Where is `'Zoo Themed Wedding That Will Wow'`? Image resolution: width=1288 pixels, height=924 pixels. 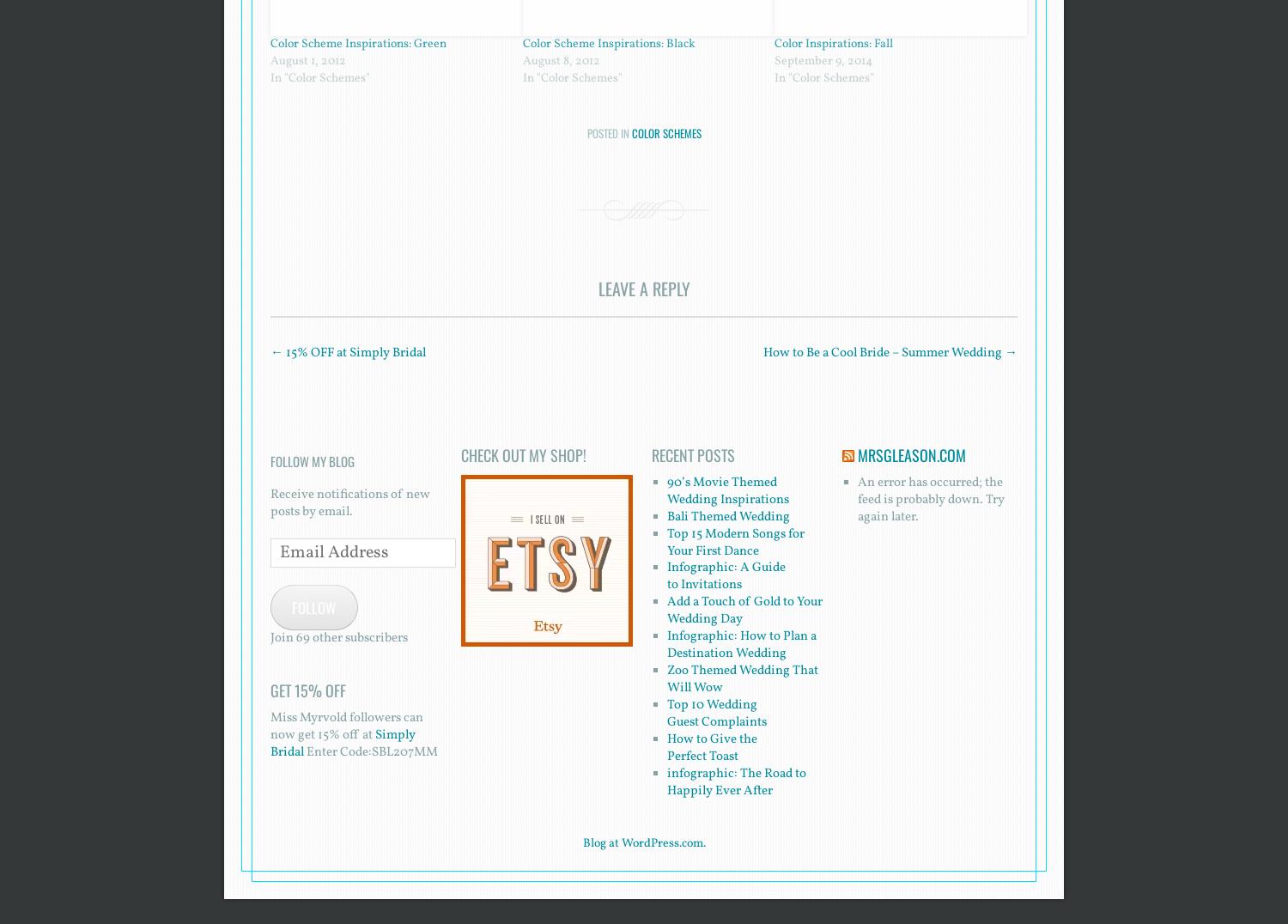
'Zoo Themed Wedding That Will Wow' is located at coordinates (740, 679).